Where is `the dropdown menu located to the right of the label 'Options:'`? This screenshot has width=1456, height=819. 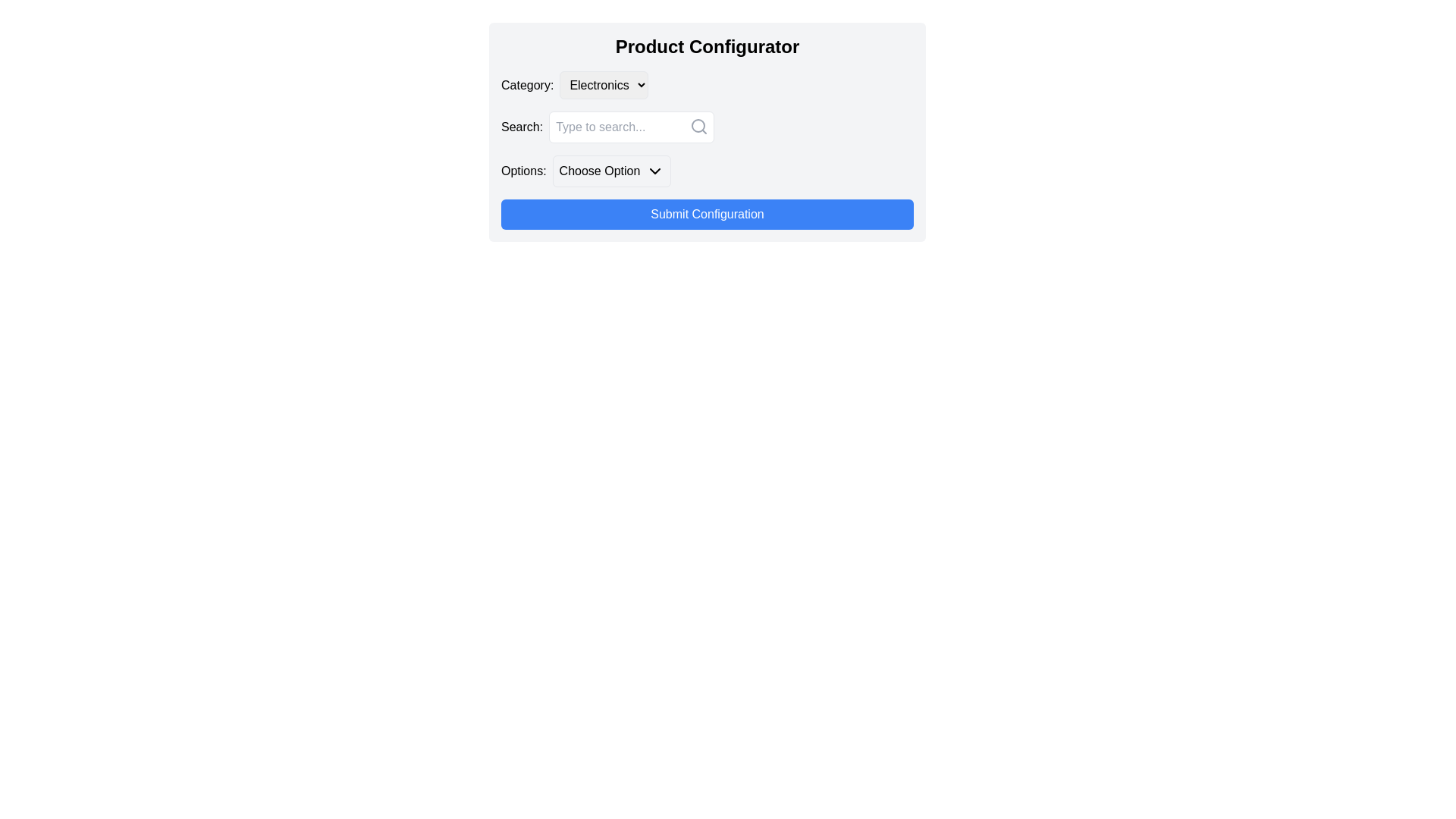
the dropdown menu located to the right of the label 'Options:' is located at coordinates (611, 171).